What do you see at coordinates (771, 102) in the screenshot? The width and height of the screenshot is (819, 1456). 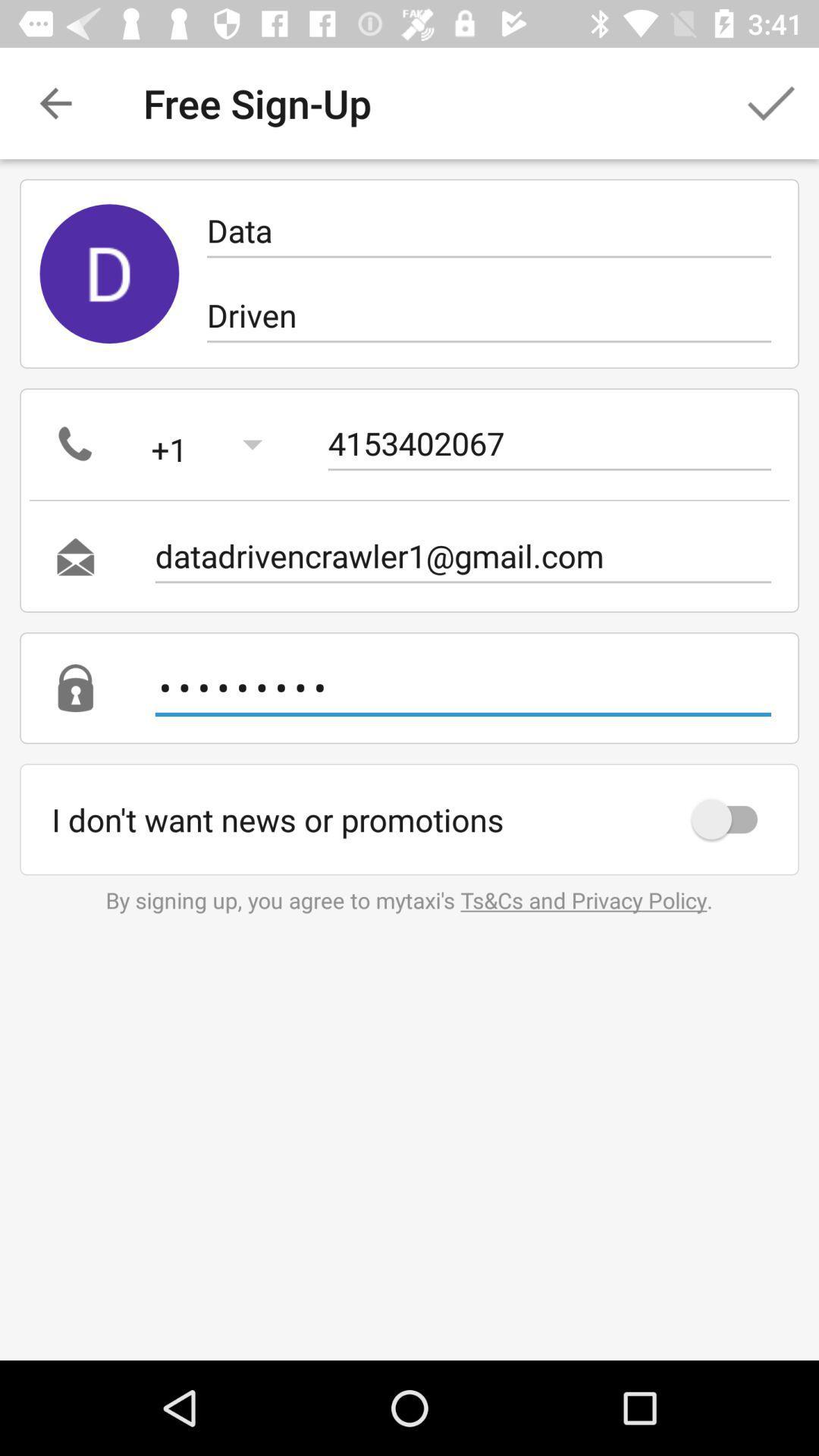 I see `the item to the right of the free sign-up icon` at bounding box center [771, 102].